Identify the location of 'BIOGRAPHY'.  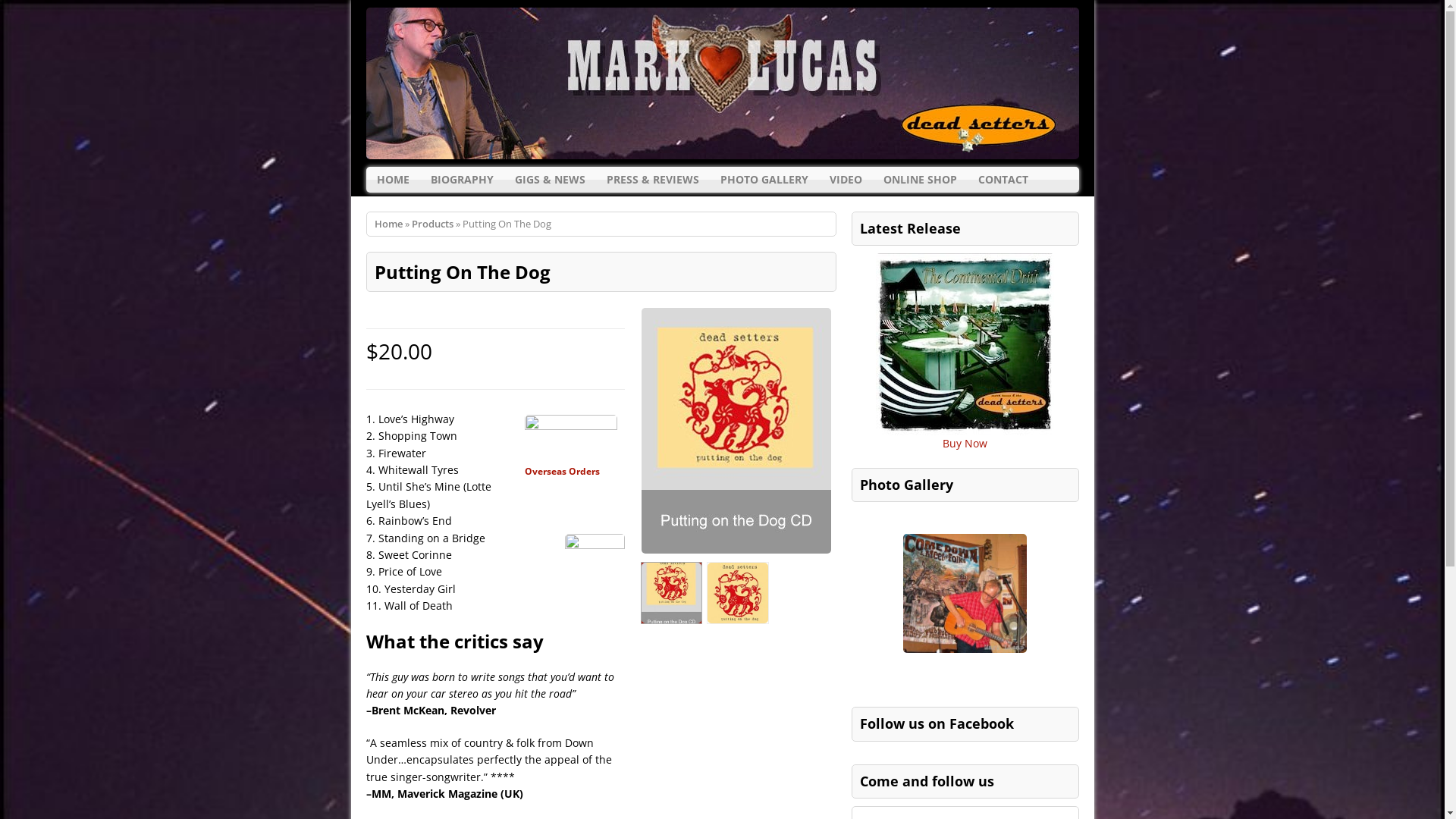
(461, 178).